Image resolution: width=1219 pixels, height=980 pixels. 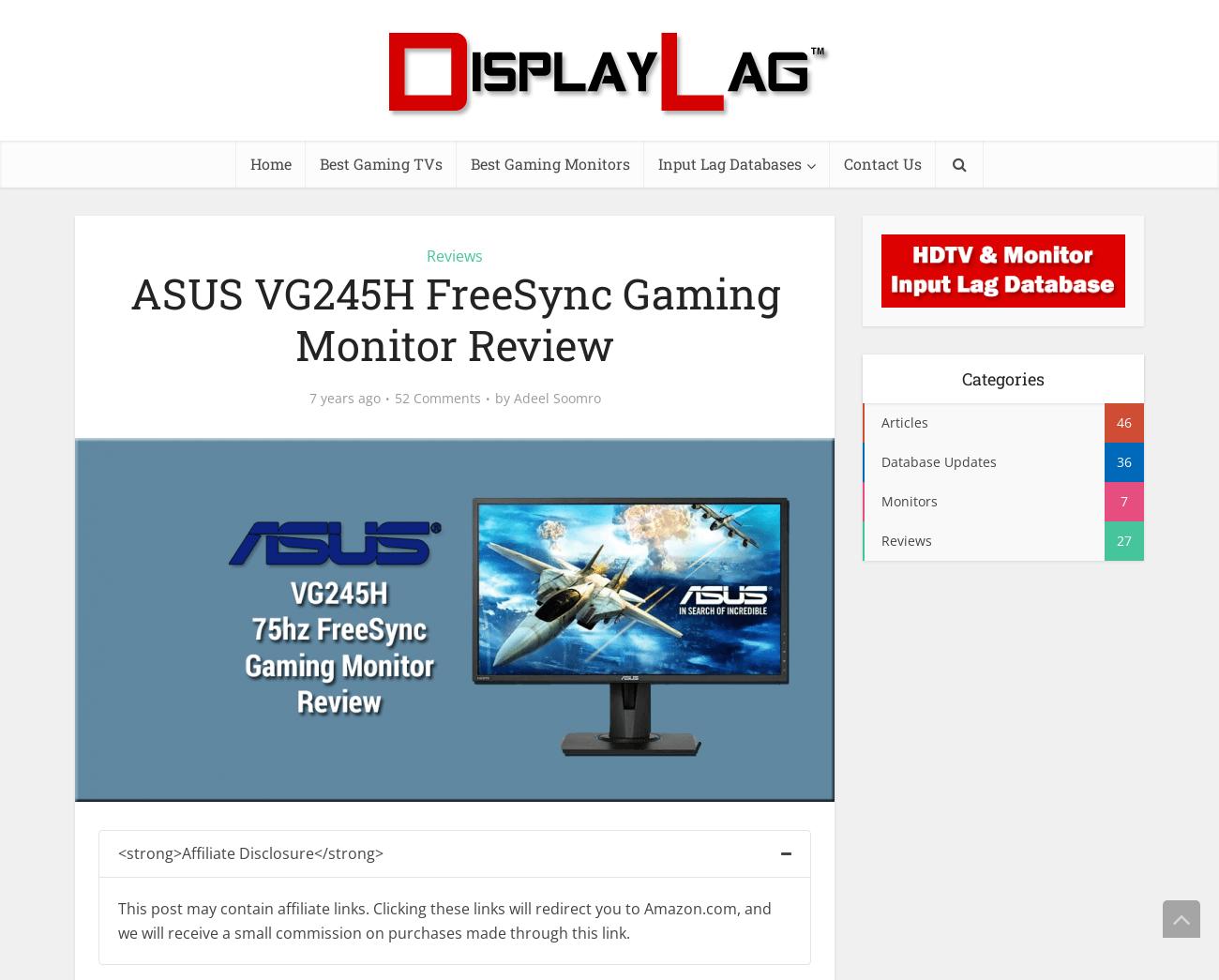 I want to click on 'ASUS VG245H FreeSync Gaming Monitor Review', so click(x=453, y=318).